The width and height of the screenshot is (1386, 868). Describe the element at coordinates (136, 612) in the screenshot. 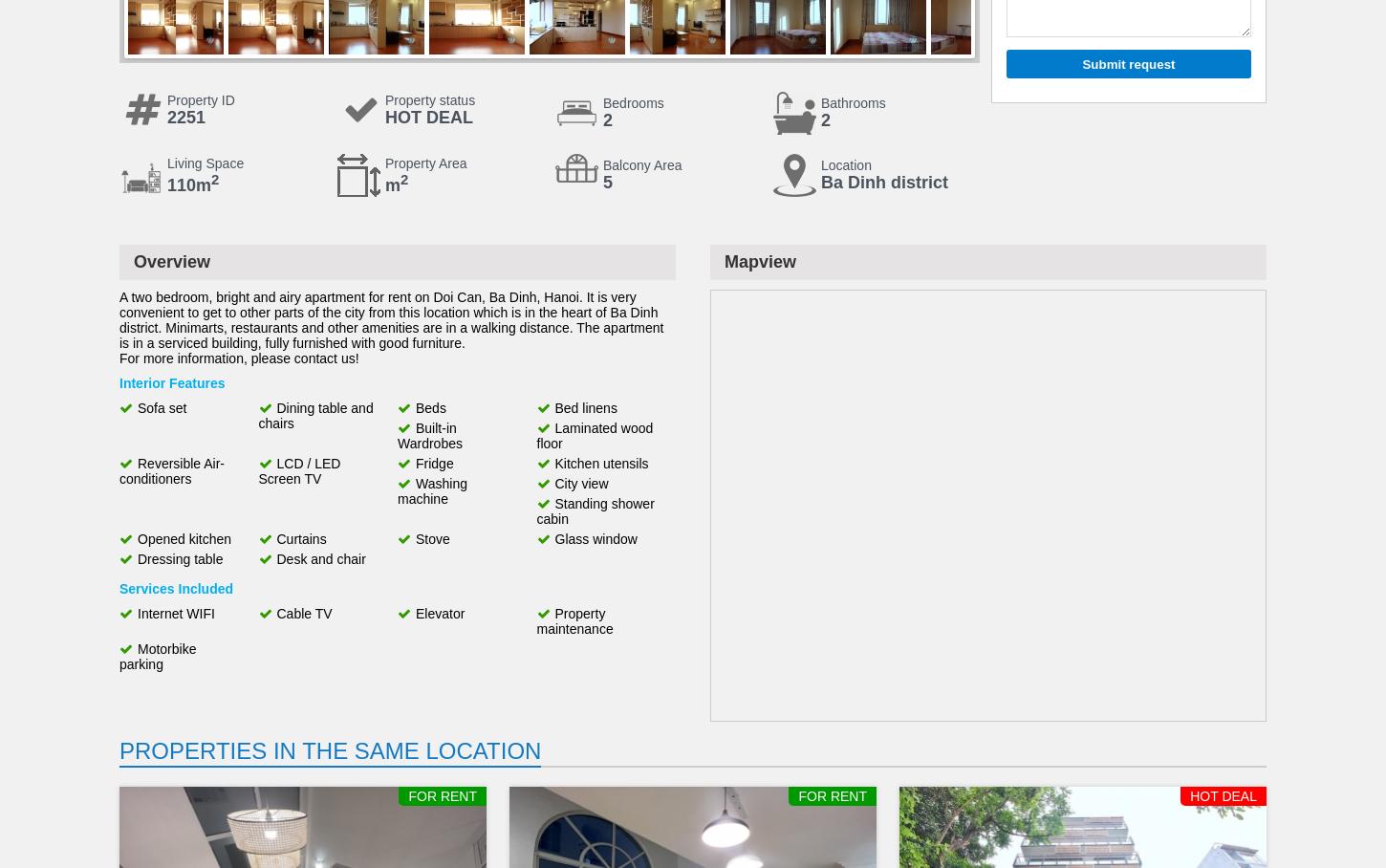

I see `'Internet WIFI'` at that location.